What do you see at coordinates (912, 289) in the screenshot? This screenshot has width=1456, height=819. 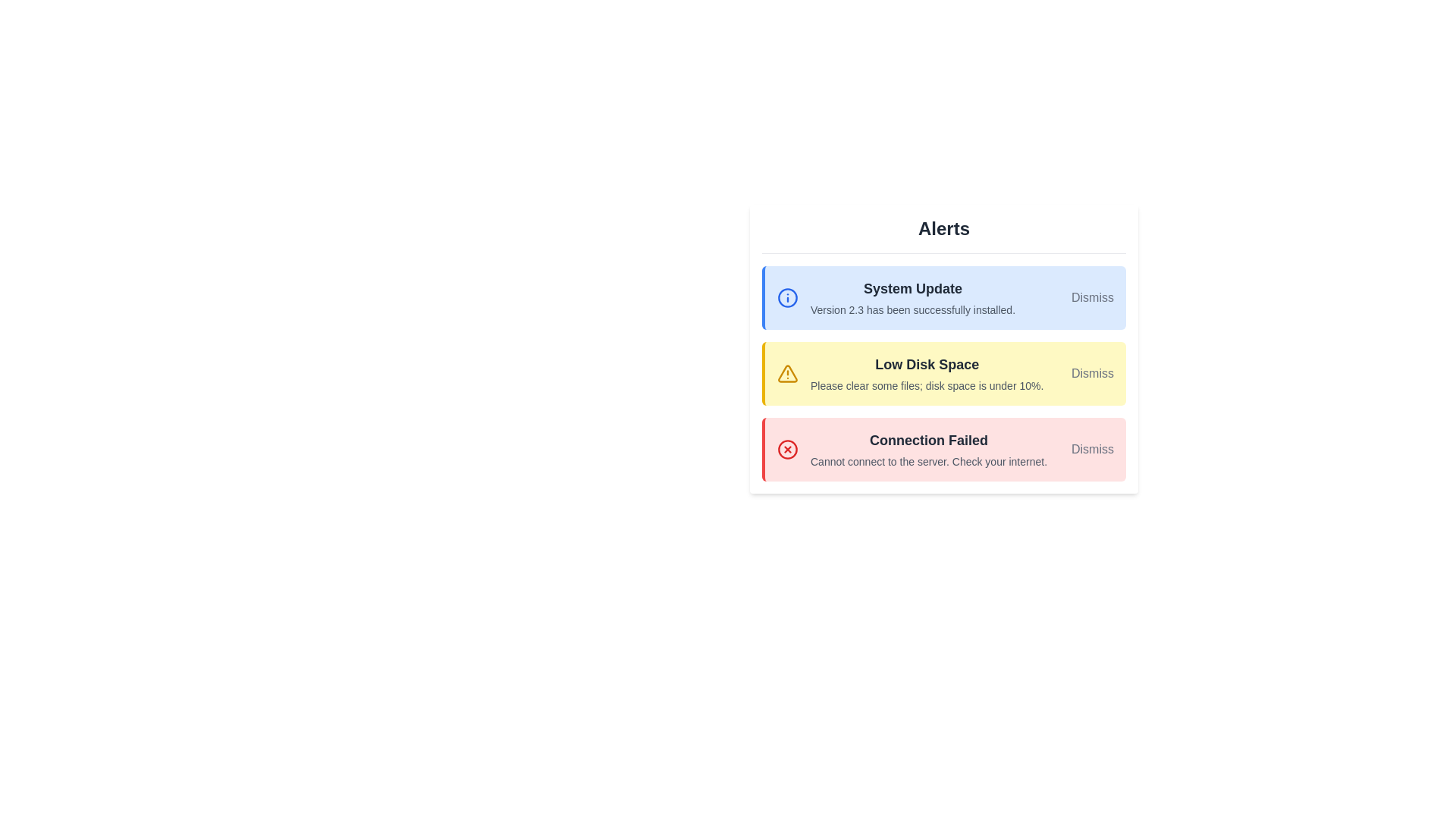 I see `text of the title label indicating 'System Update' located in the upper part of the interface within a light blue box` at bounding box center [912, 289].